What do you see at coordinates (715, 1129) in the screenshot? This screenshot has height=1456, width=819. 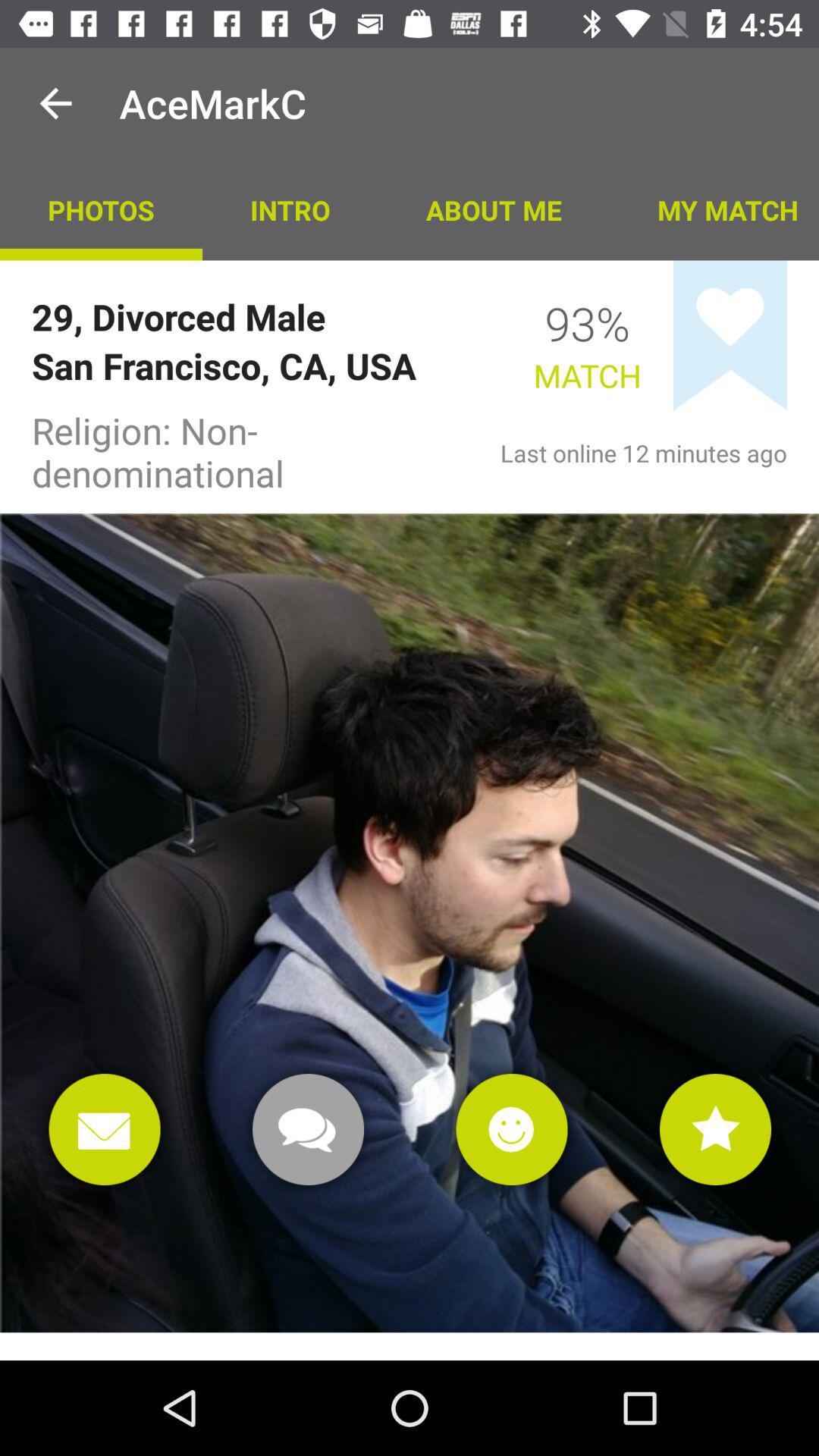 I see `the item below last online 12` at bounding box center [715, 1129].